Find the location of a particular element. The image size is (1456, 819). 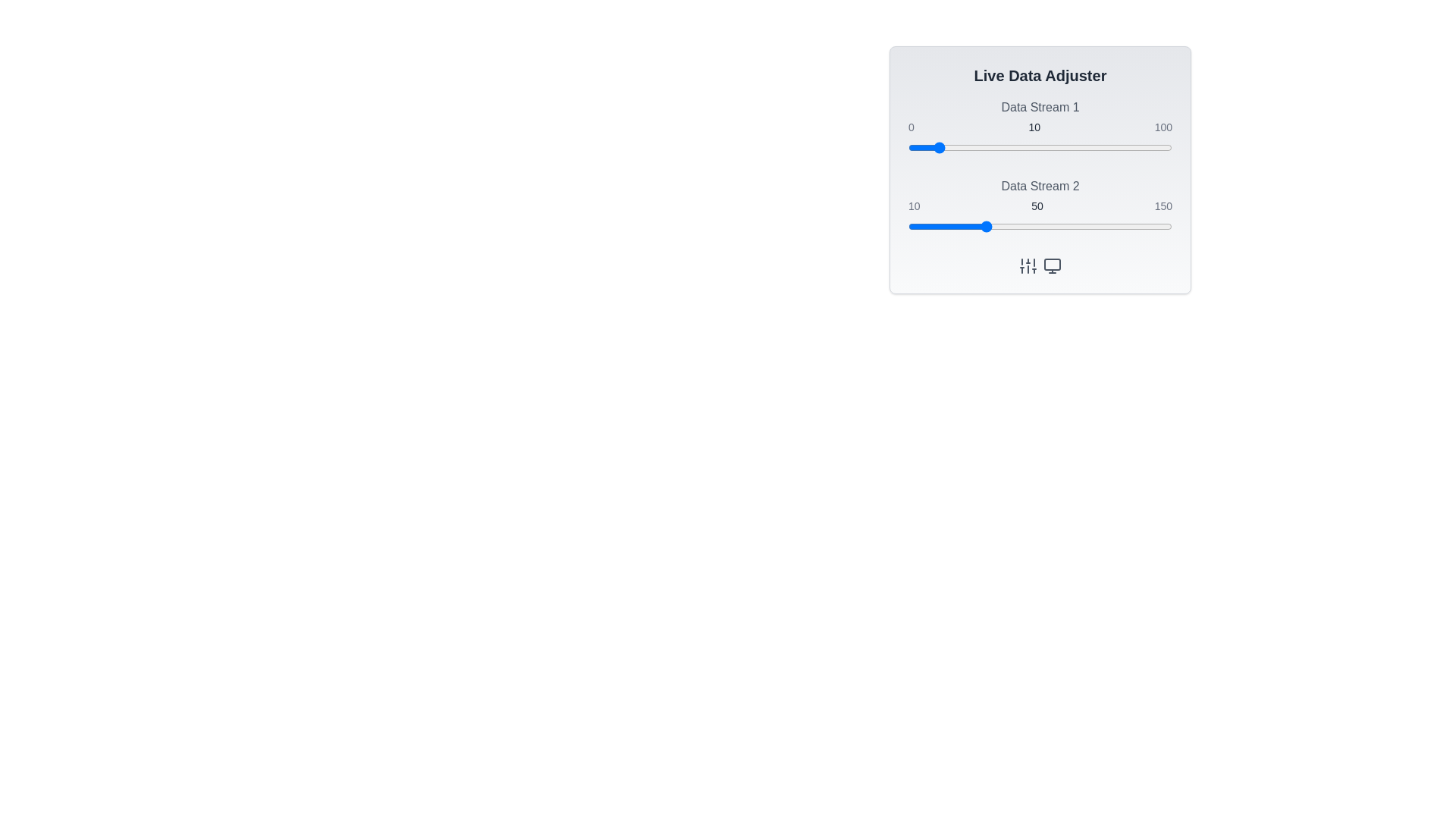

the Data Stream 1 value is located at coordinates (1114, 148).